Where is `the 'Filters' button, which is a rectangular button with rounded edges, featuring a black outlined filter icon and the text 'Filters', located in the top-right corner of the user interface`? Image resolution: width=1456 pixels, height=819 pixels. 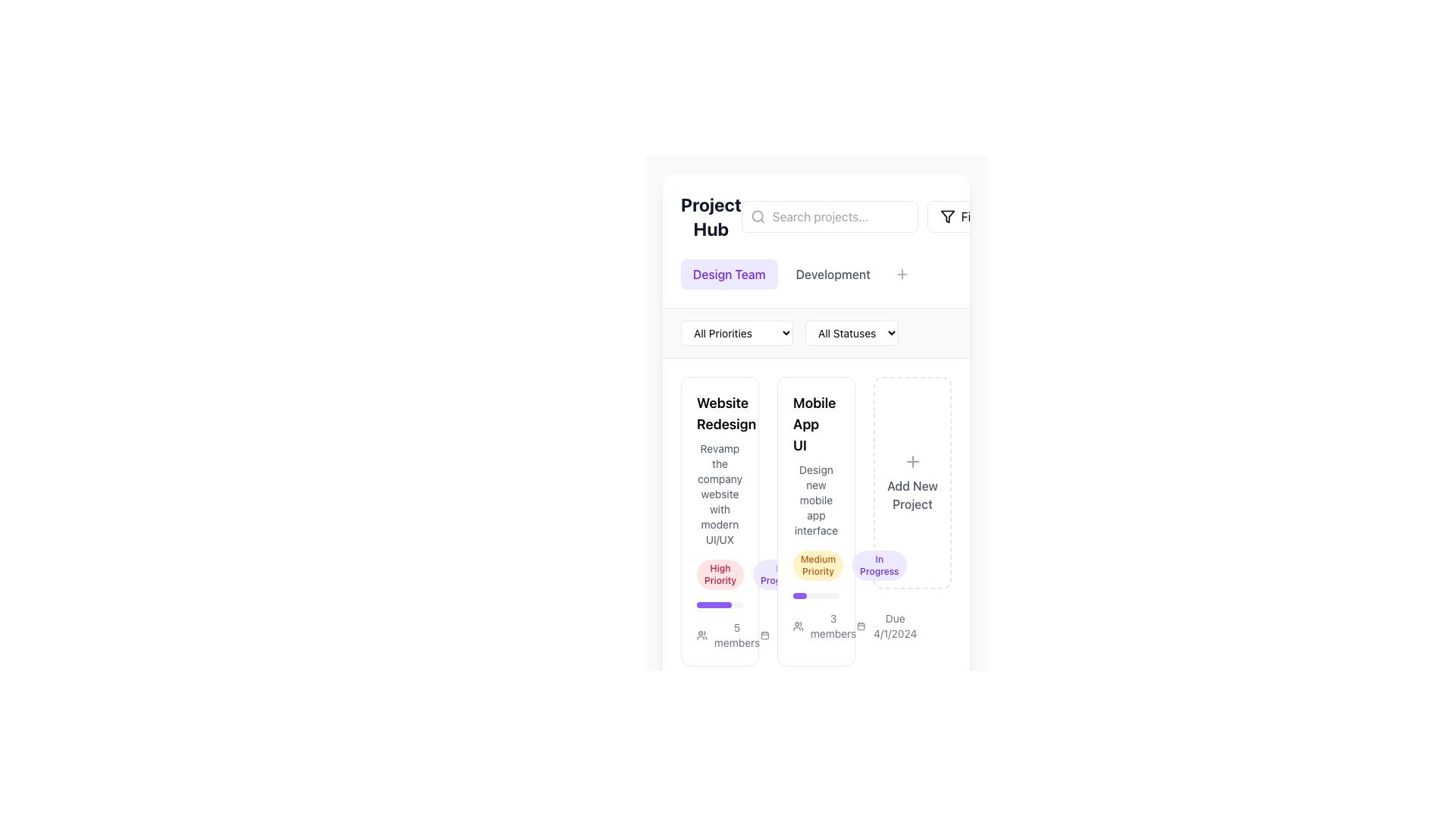 the 'Filters' button, which is a rectangular button with rounded edges, featuring a black outlined filter icon and the text 'Filters', located in the top-right corner of the user interface is located at coordinates (966, 216).